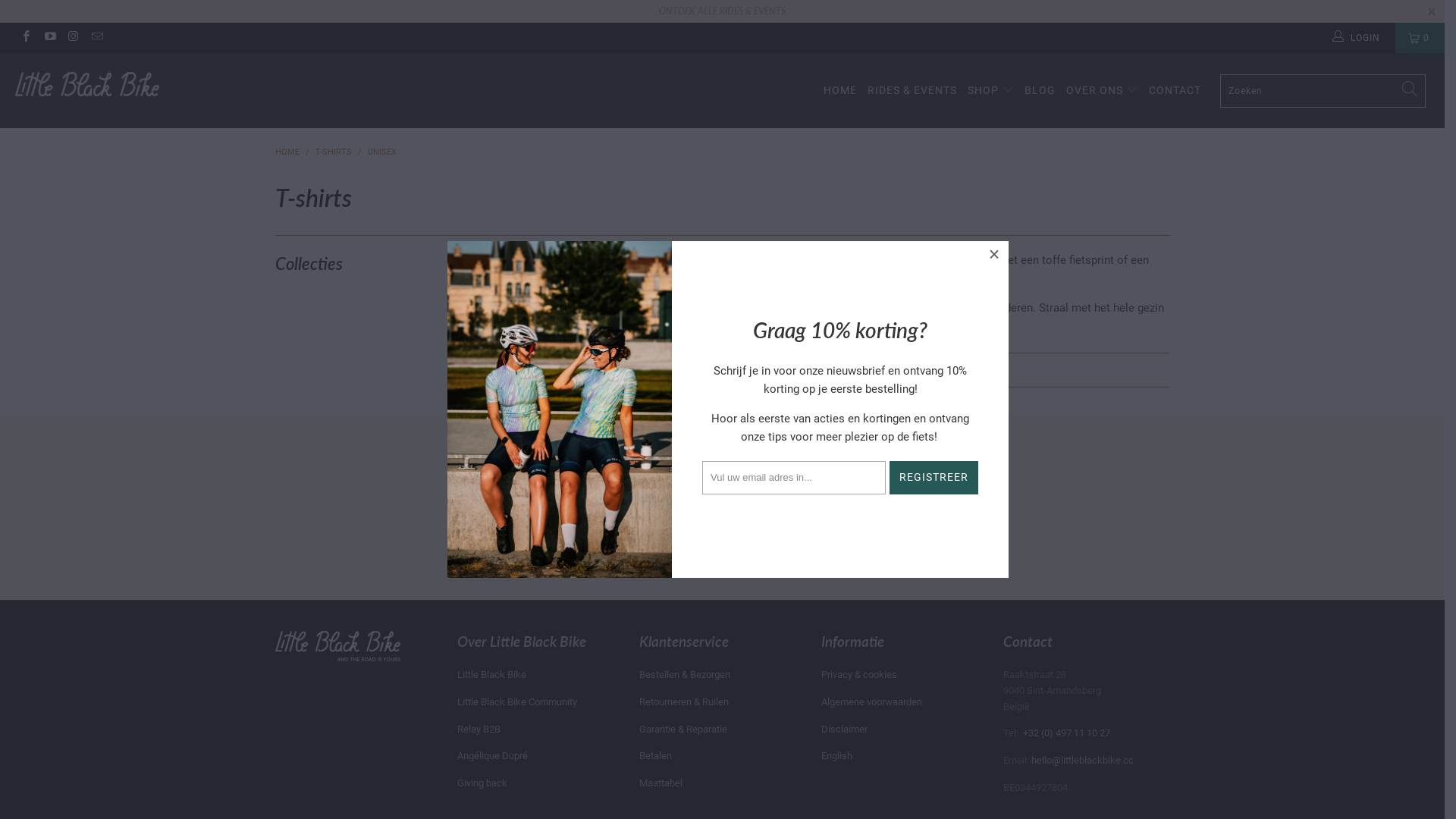 The image size is (1456, 819). Describe the element at coordinates (516, 701) in the screenshot. I see `'Little Black Bike Community'` at that location.